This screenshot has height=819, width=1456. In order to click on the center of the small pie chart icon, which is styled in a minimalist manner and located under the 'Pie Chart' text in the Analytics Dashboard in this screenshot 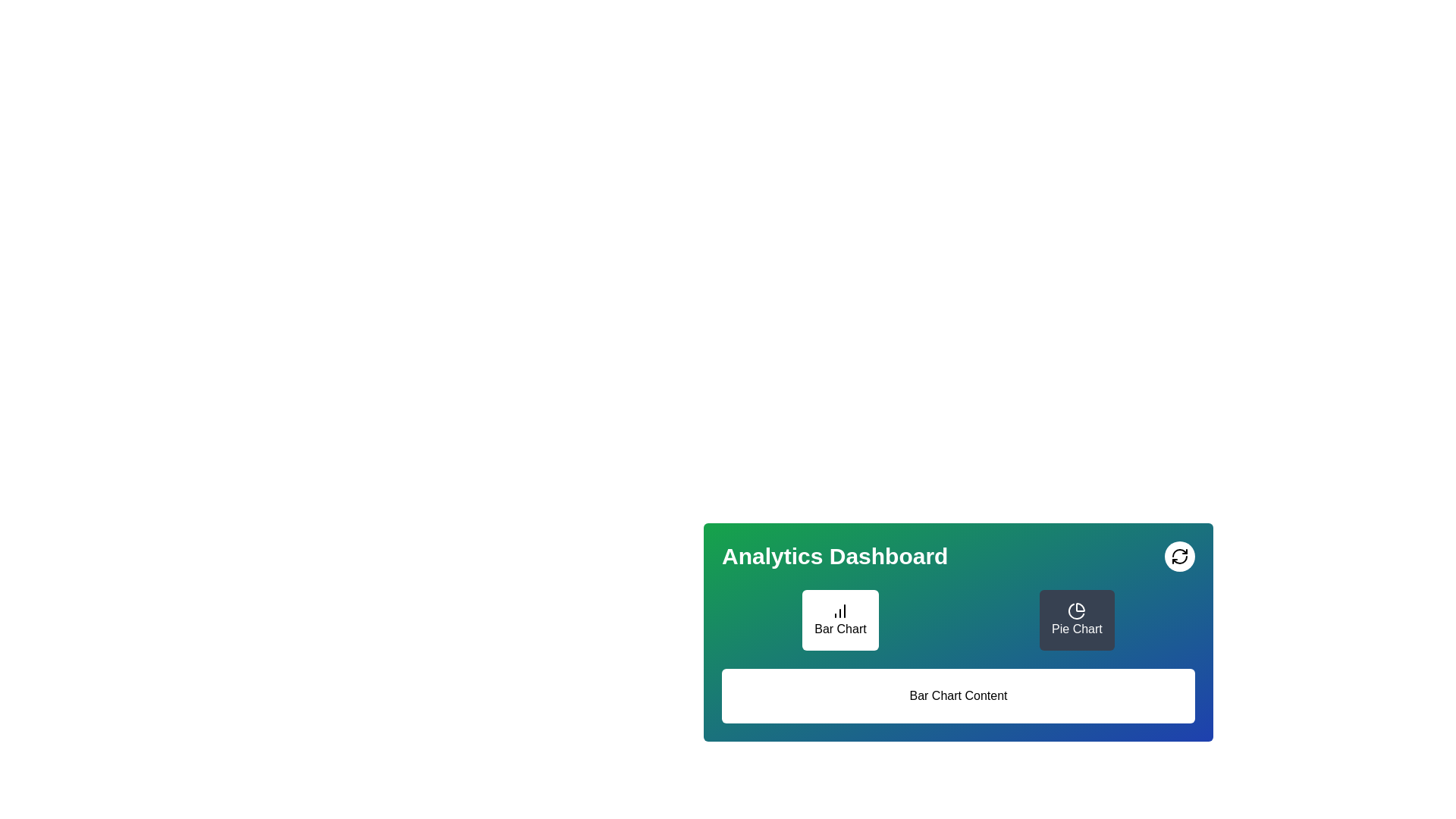, I will do `click(1076, 610)`.